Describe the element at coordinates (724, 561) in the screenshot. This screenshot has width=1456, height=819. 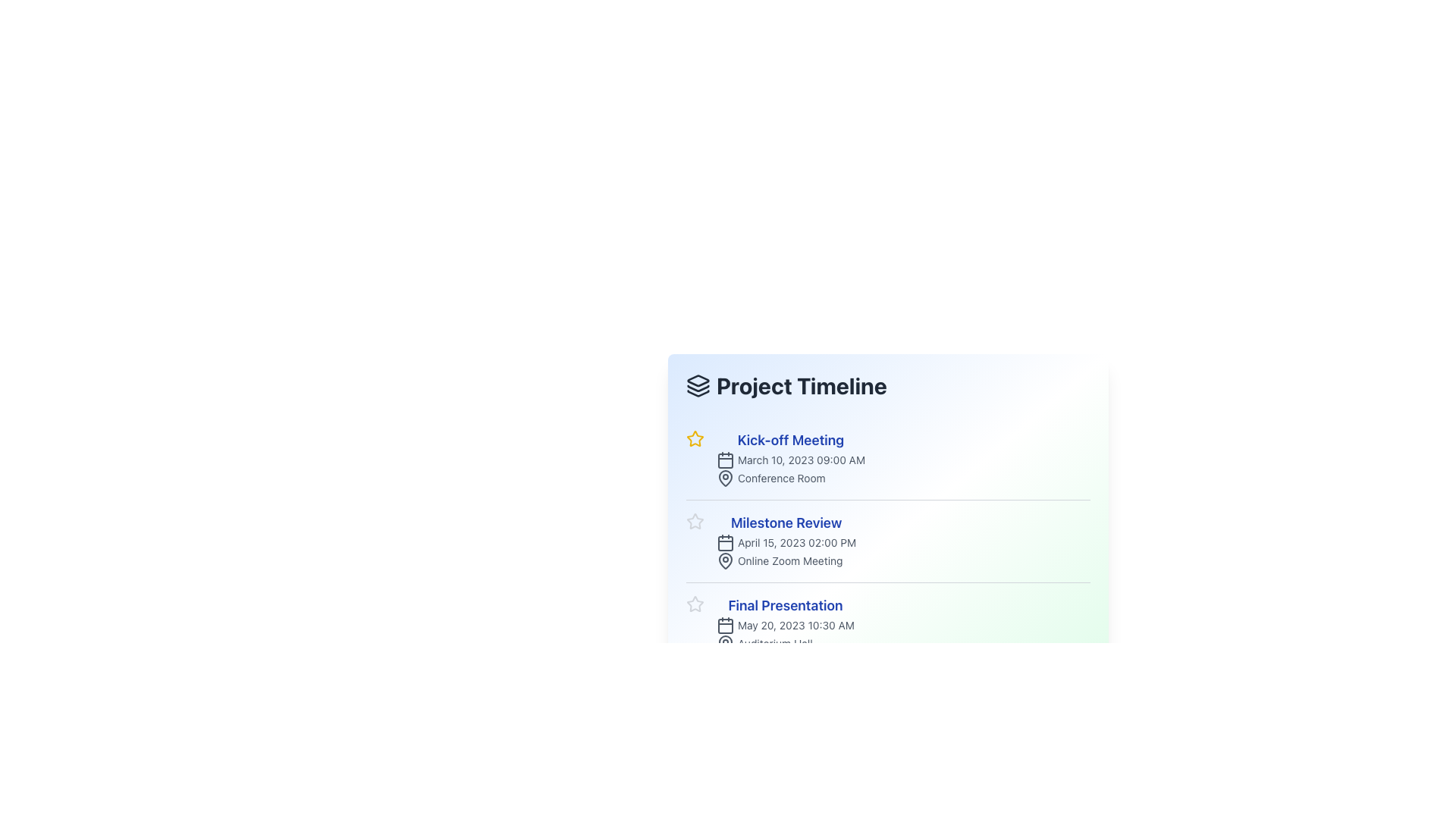
I see `the icon indicating the online event, located at the beginning of the row containing 'Online Zoom Meeting' and adjacent to 'Milestone Review'` at that location.